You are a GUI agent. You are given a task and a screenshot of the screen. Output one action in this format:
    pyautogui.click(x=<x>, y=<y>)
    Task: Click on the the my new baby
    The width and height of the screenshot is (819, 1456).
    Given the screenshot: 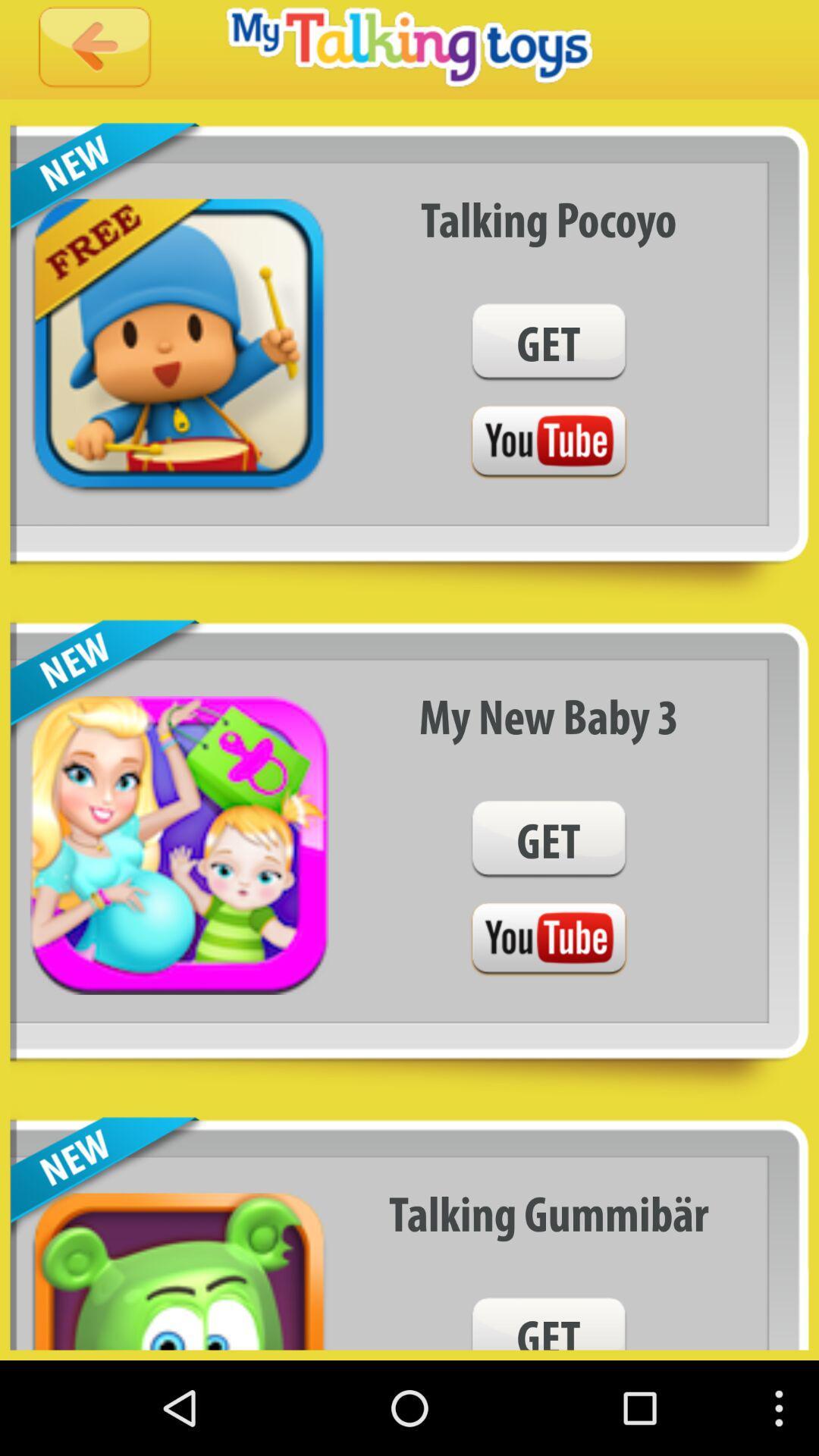 What is the action you would take?
    pyautogui.click(x=548, y=715)
    